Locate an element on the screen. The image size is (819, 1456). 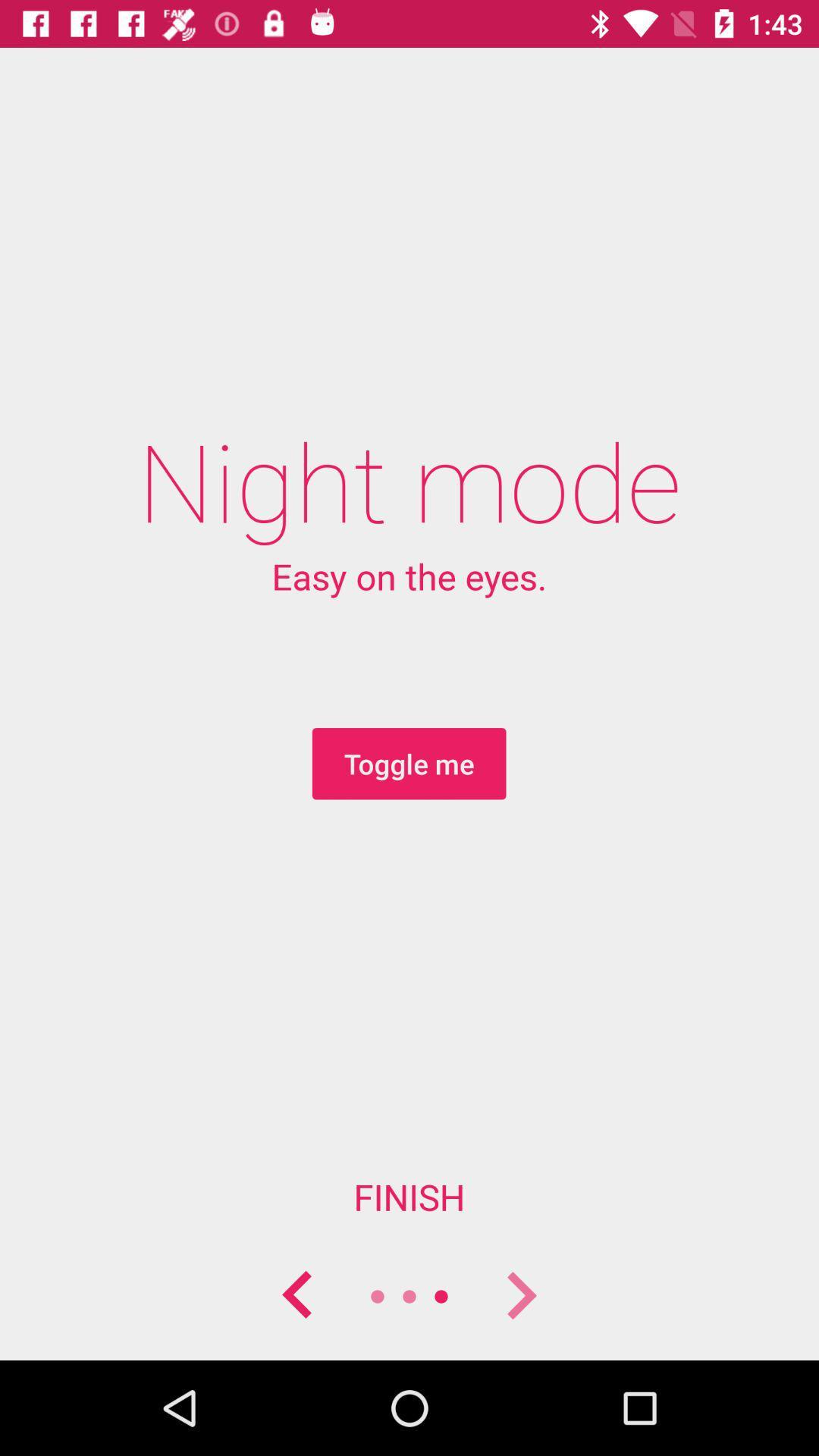
the item below finish item is located at coordinates (298, 1295).